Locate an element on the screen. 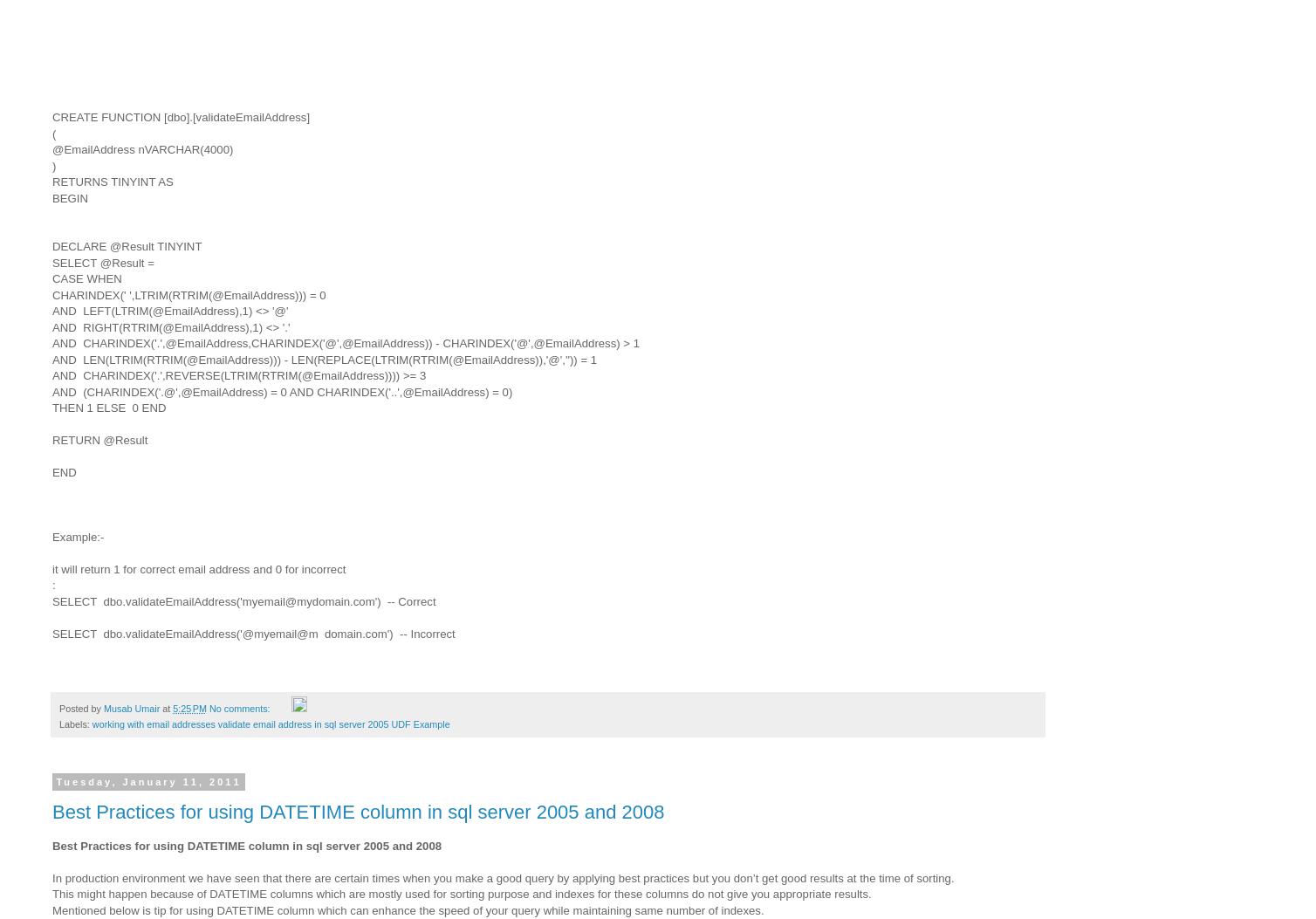 This screenshot has width=1316, height=919. '5:25 PM' is located at coordinates (188, 708).